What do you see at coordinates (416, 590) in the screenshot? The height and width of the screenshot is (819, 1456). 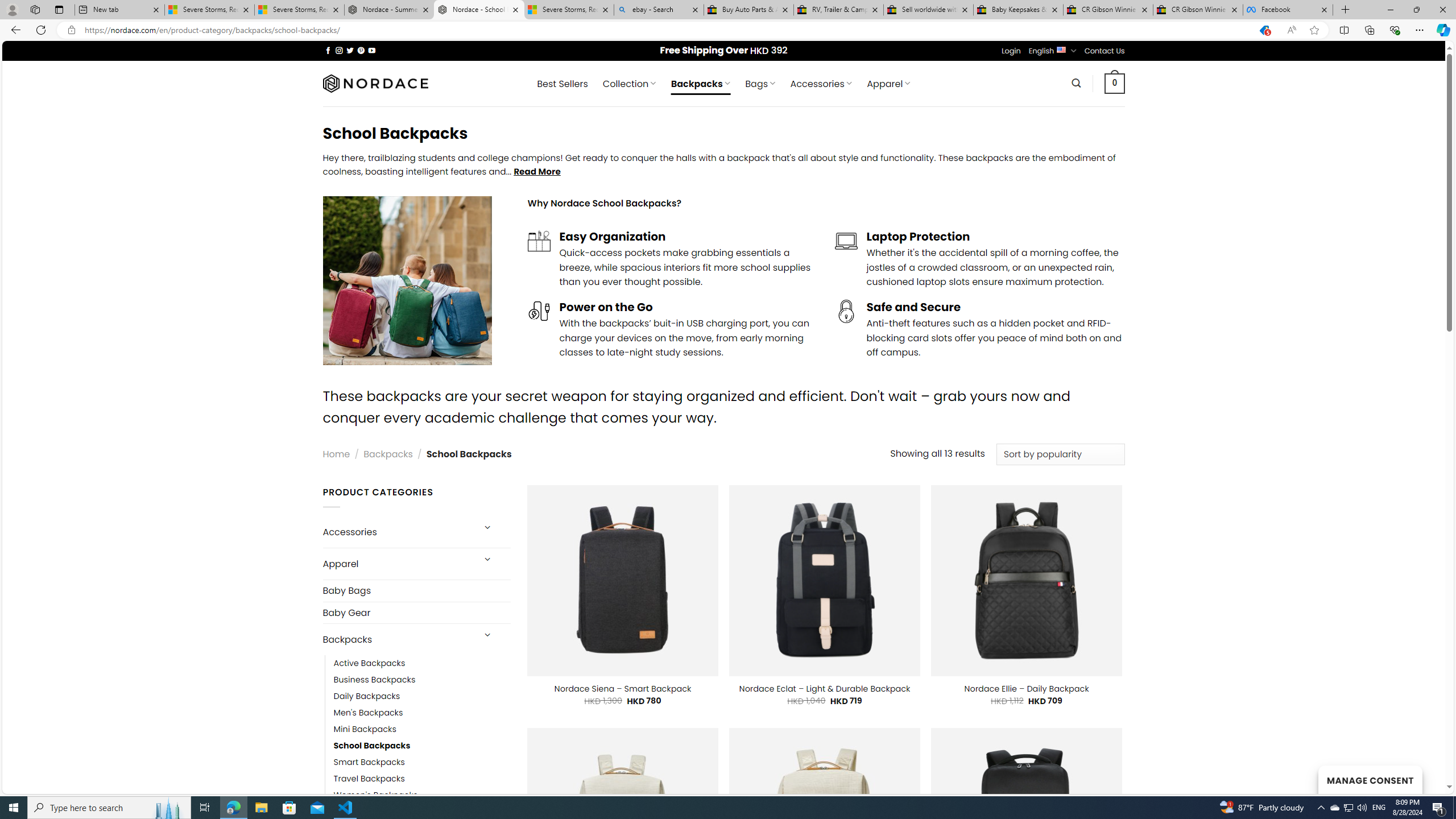 I see `'Baby Bags'` at bounding box center [416, 590].